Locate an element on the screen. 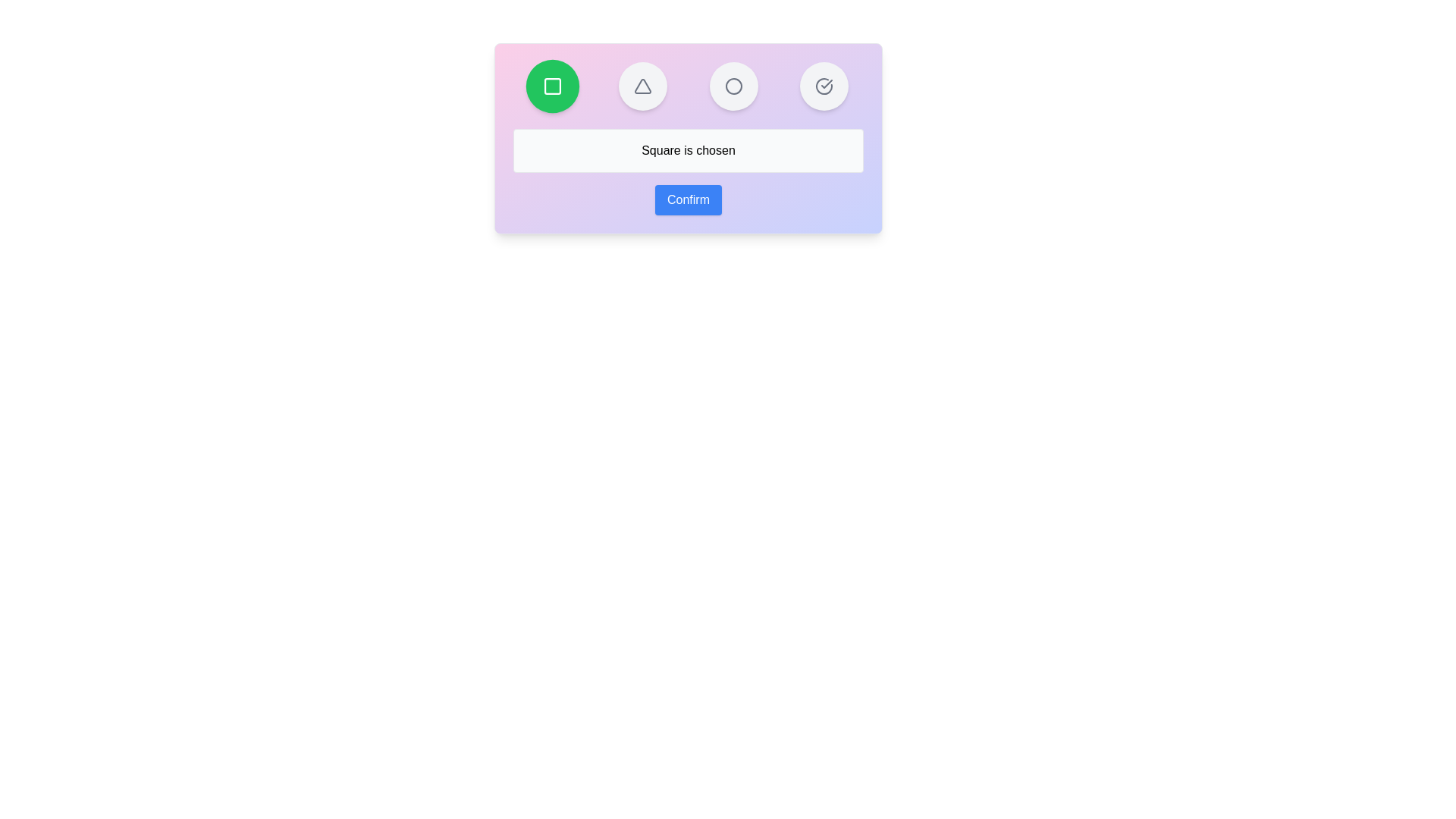 The image size is (1456, 819). the button representing the shape Square to select it is located at coordinates (551, 86).